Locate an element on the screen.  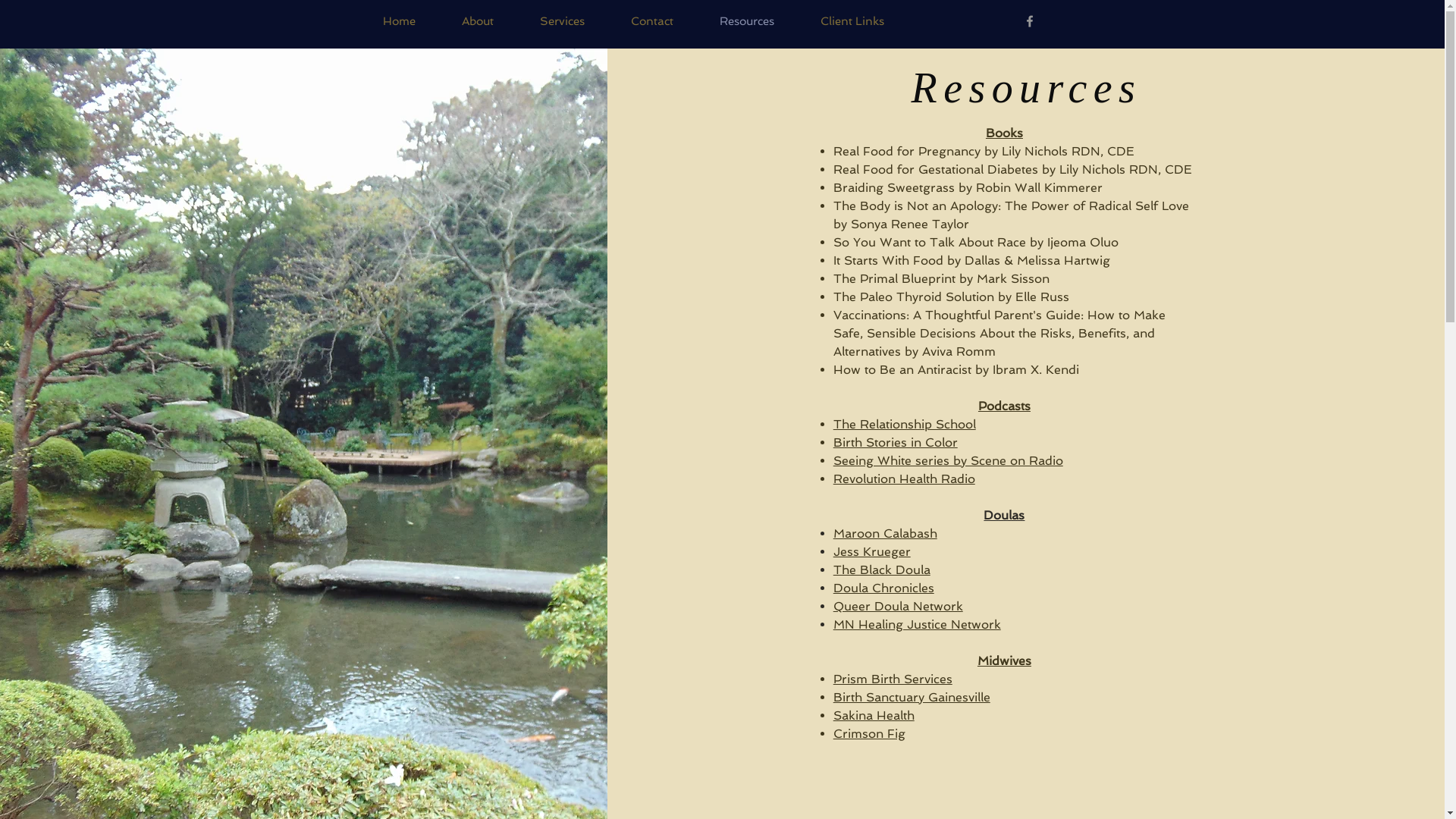
'Seeing White series by Scene on Radio' is located at coordinates (947, 460).